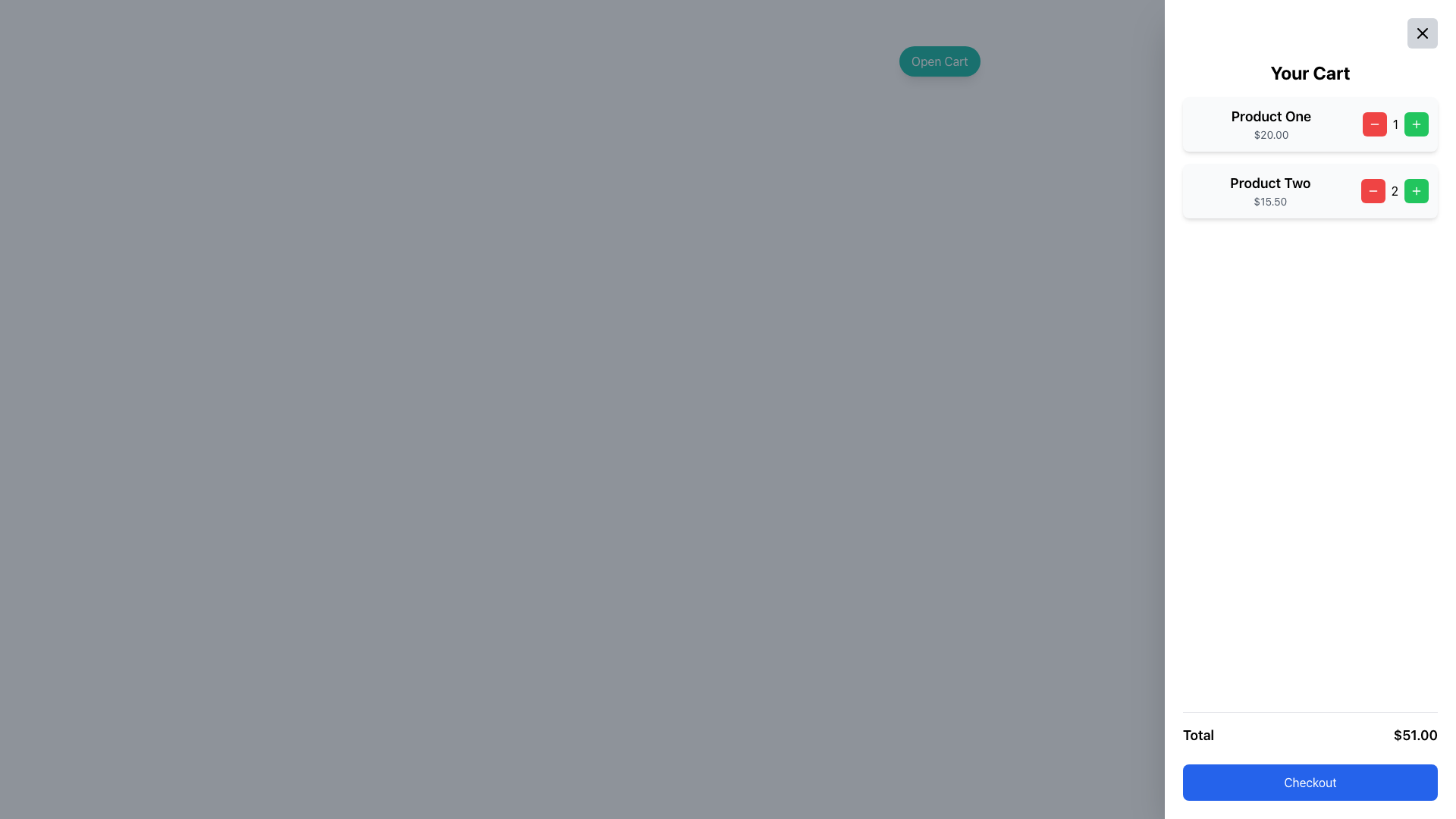  What do you see at coordinates (1373, 190) in the screenshot?
I see `the button icon with a minus symbol corresponding to 'Product Two' in the shopping cart` at bounding box center [1373, 190].